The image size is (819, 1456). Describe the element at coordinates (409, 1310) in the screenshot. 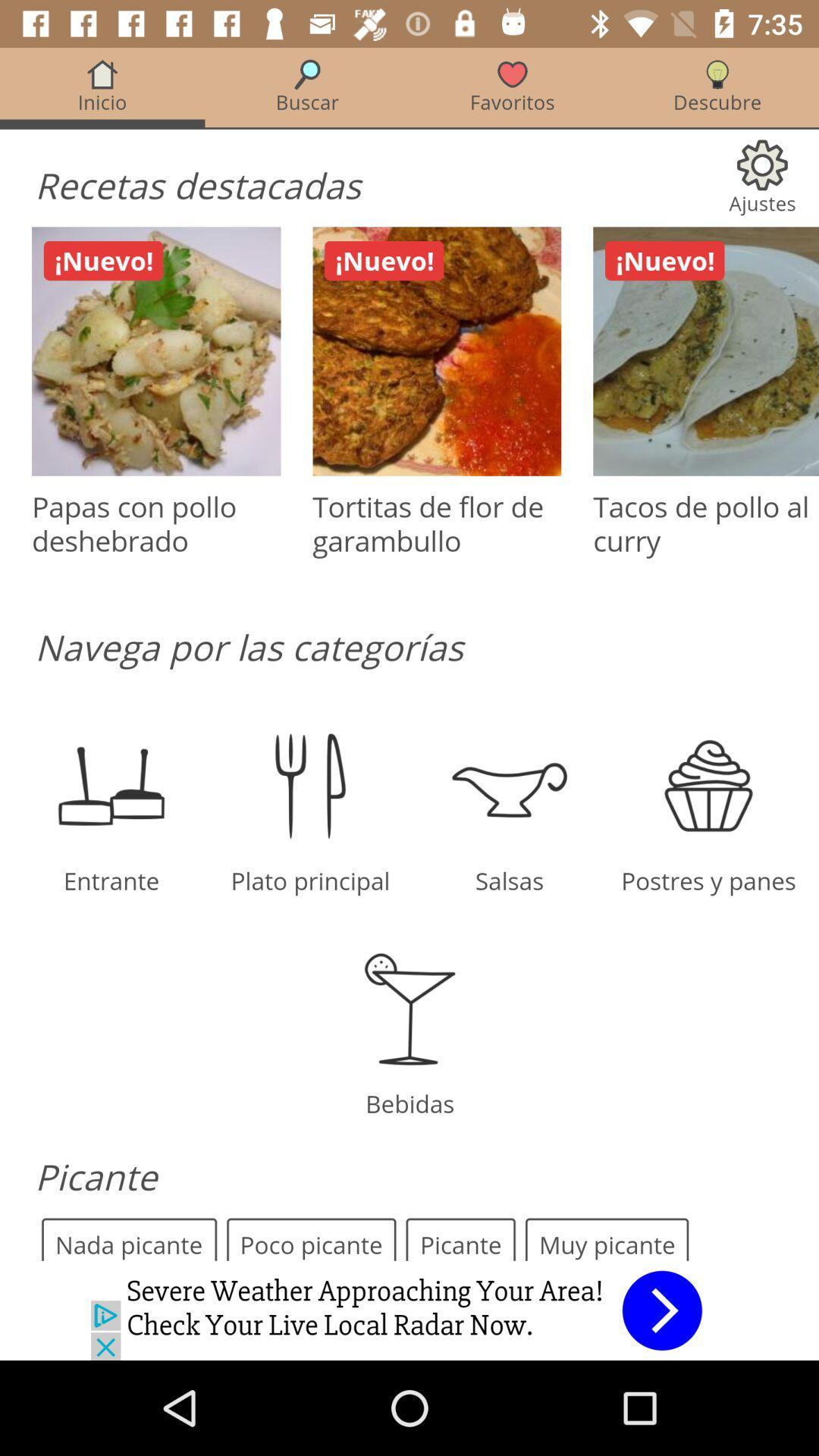

I see `open advertisement` at that location.